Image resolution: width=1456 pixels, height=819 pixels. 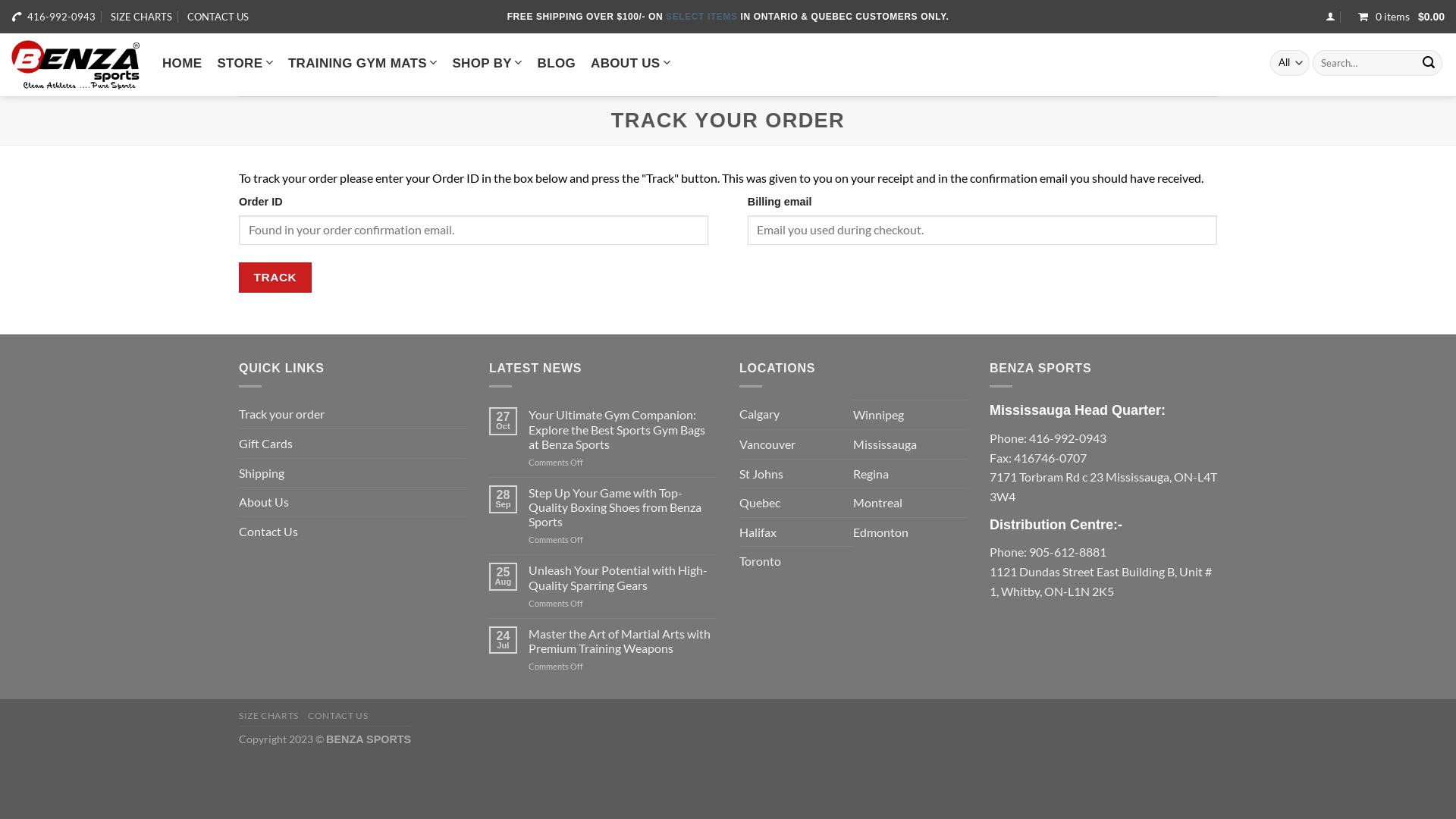 What do you see at coordinates (217, 17) in the screenshot?
I see `'CONTACT US'` at bounding box center [217, 17].